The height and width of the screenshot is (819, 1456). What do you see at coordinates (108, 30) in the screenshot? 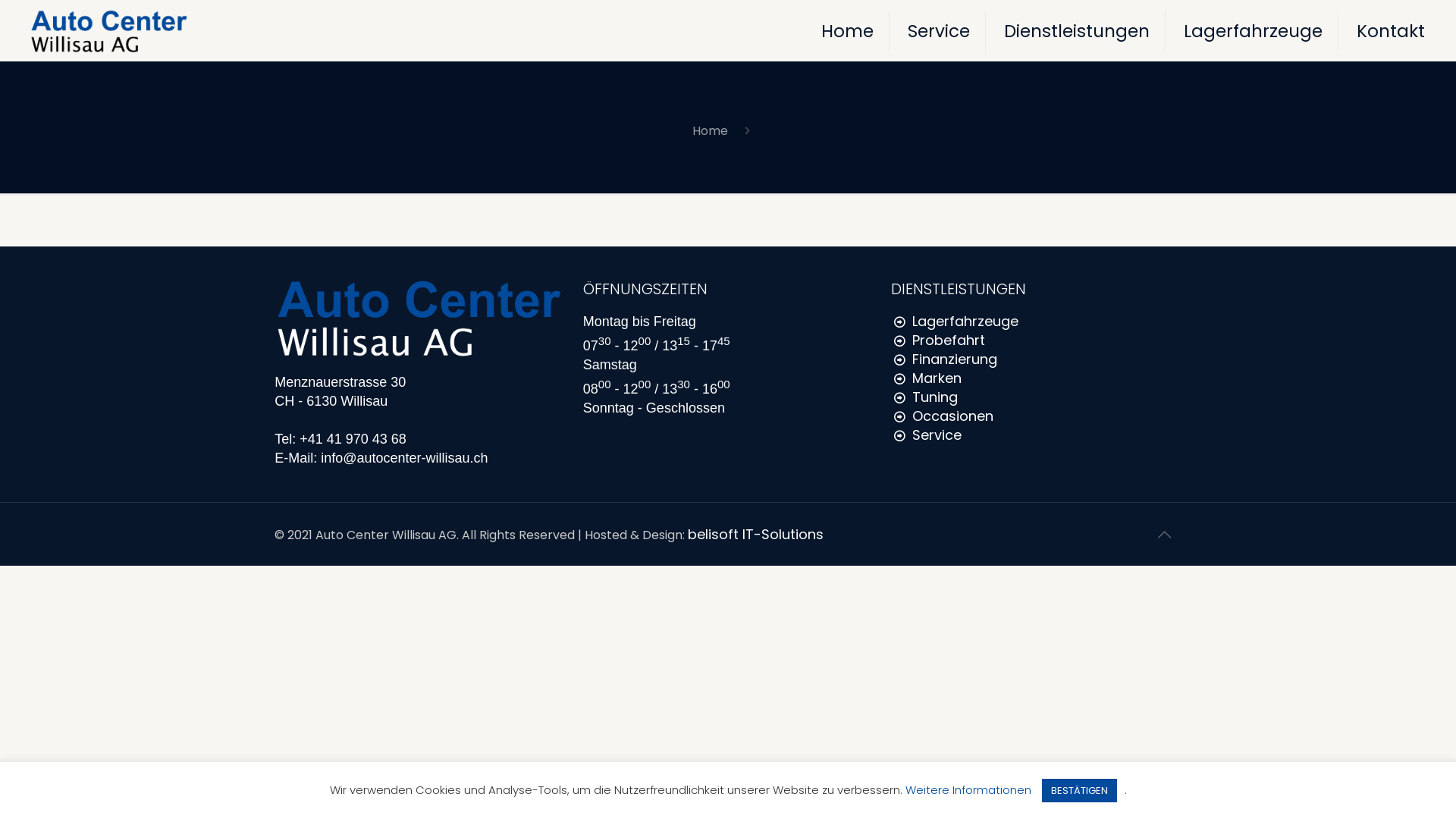
I see `'Autocenter Willisau'` at bounding box center [108, 30].